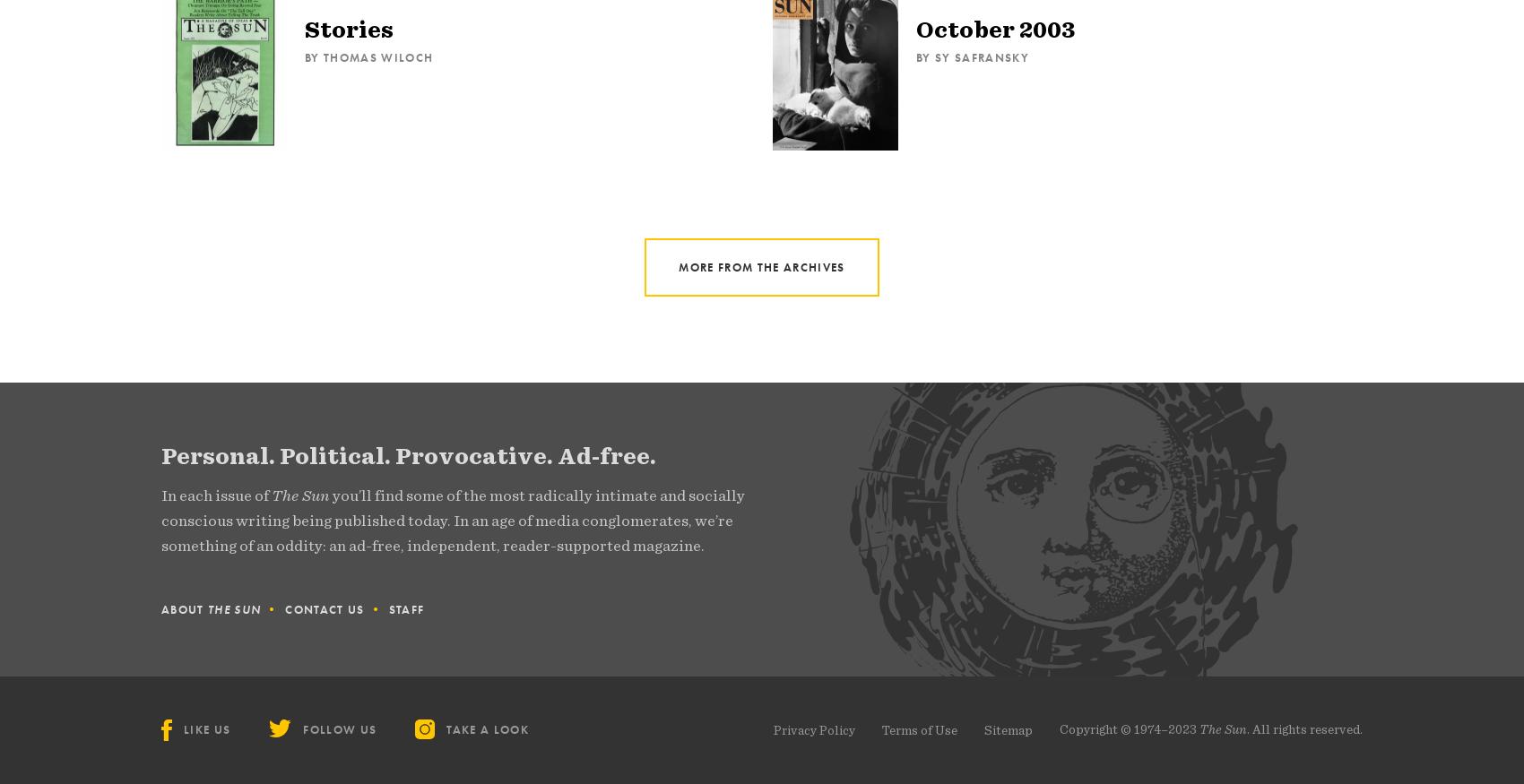  I want to click on 'Contact Us', so click(285, 608).